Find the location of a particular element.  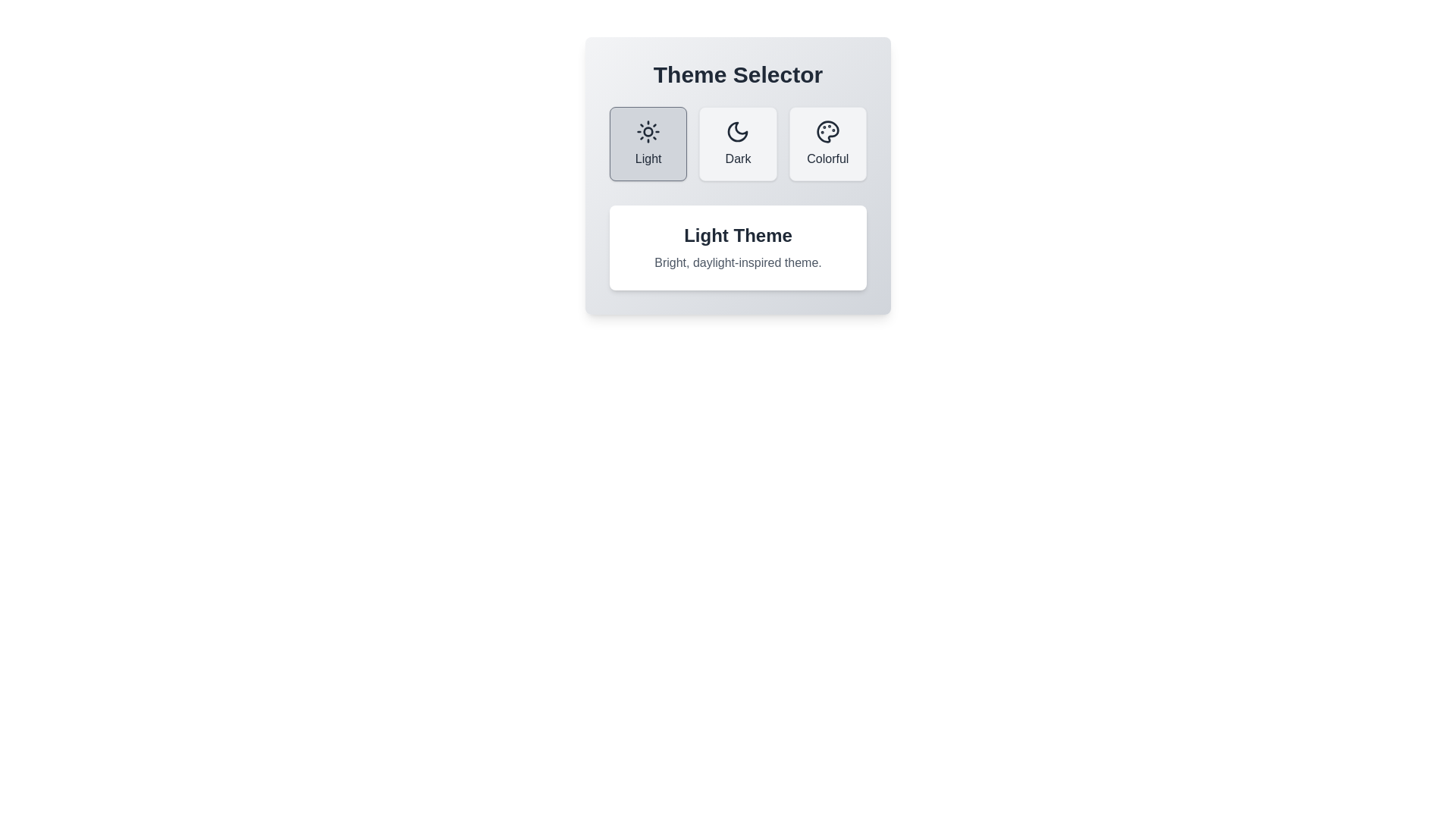

the circular center of the sun icon within the 'Light' theme button in the theme selector interface is located at coordinates (648, 130).